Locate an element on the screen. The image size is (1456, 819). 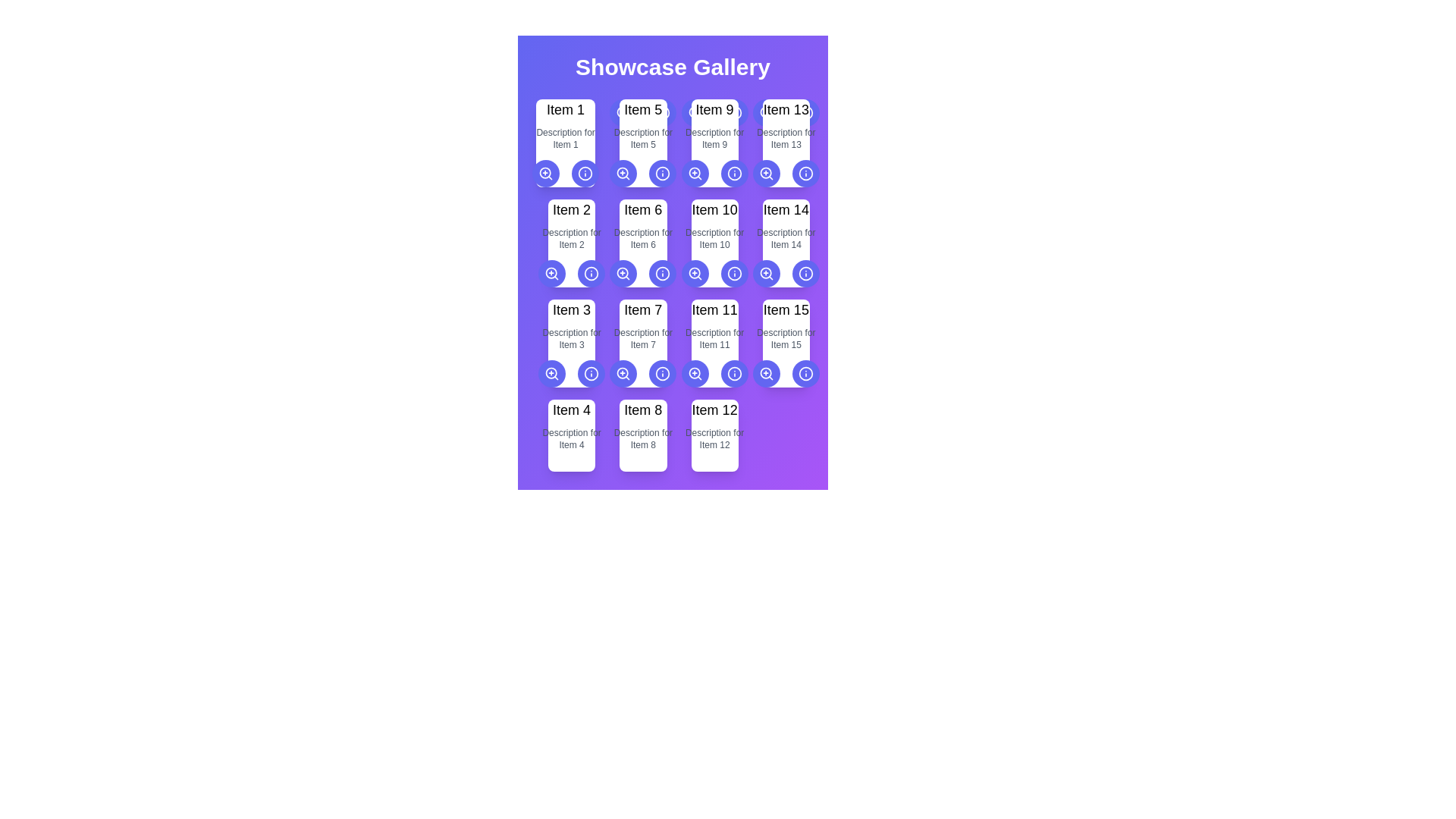
the button-group component containing the zoom-in and info buttons, which are styled with a purple background and white icons, located beneath 'Item 6' and its description is located at coordinates (643, 274).